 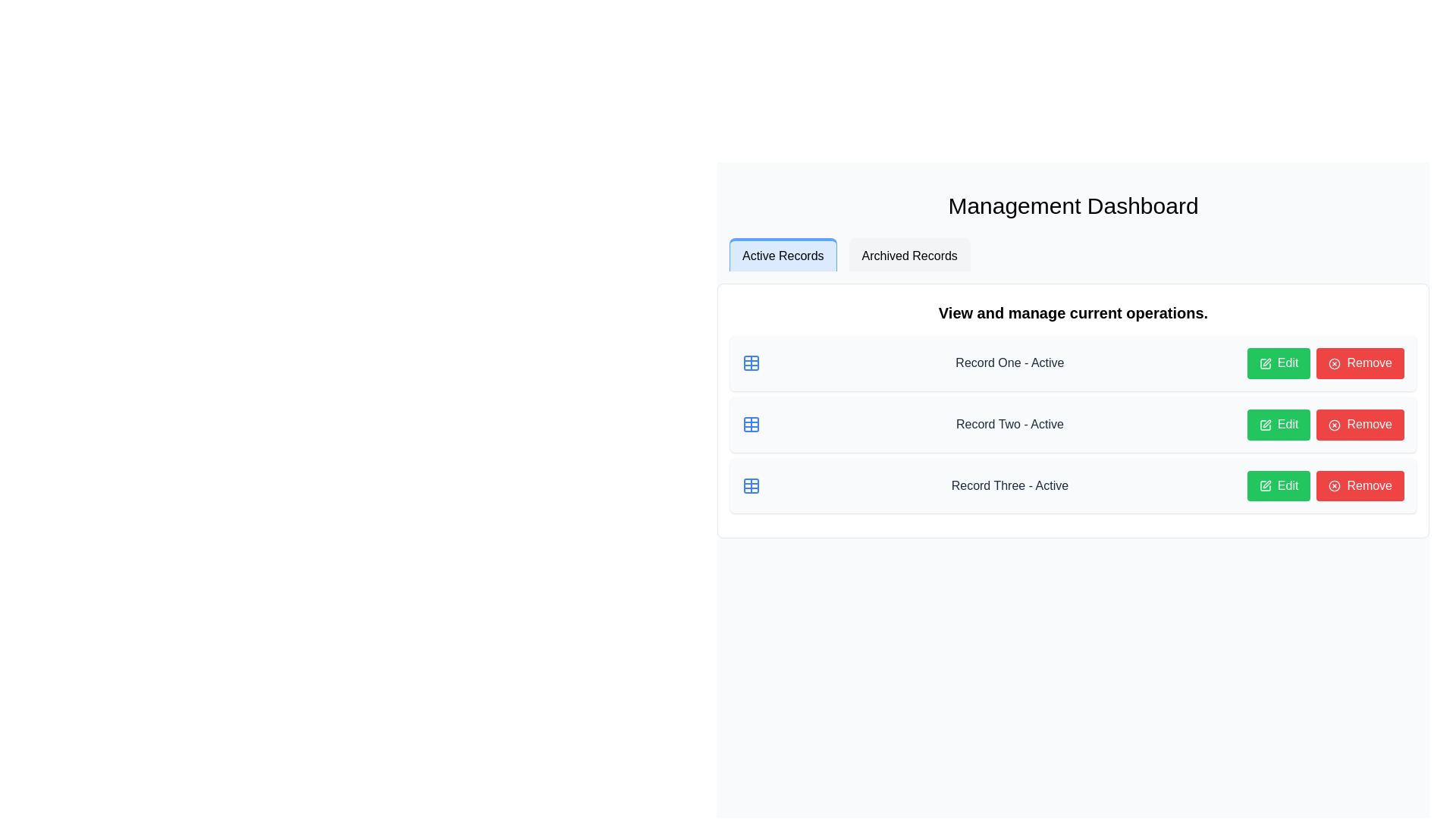 What do you see at coordinates (1335, 363) in the screenshot?
I see `the red circular icon with a white cross inside, which is located within the 'Remove' button in the first row of actions for 'Record One - Active'` at bounding box center [1335, 363].